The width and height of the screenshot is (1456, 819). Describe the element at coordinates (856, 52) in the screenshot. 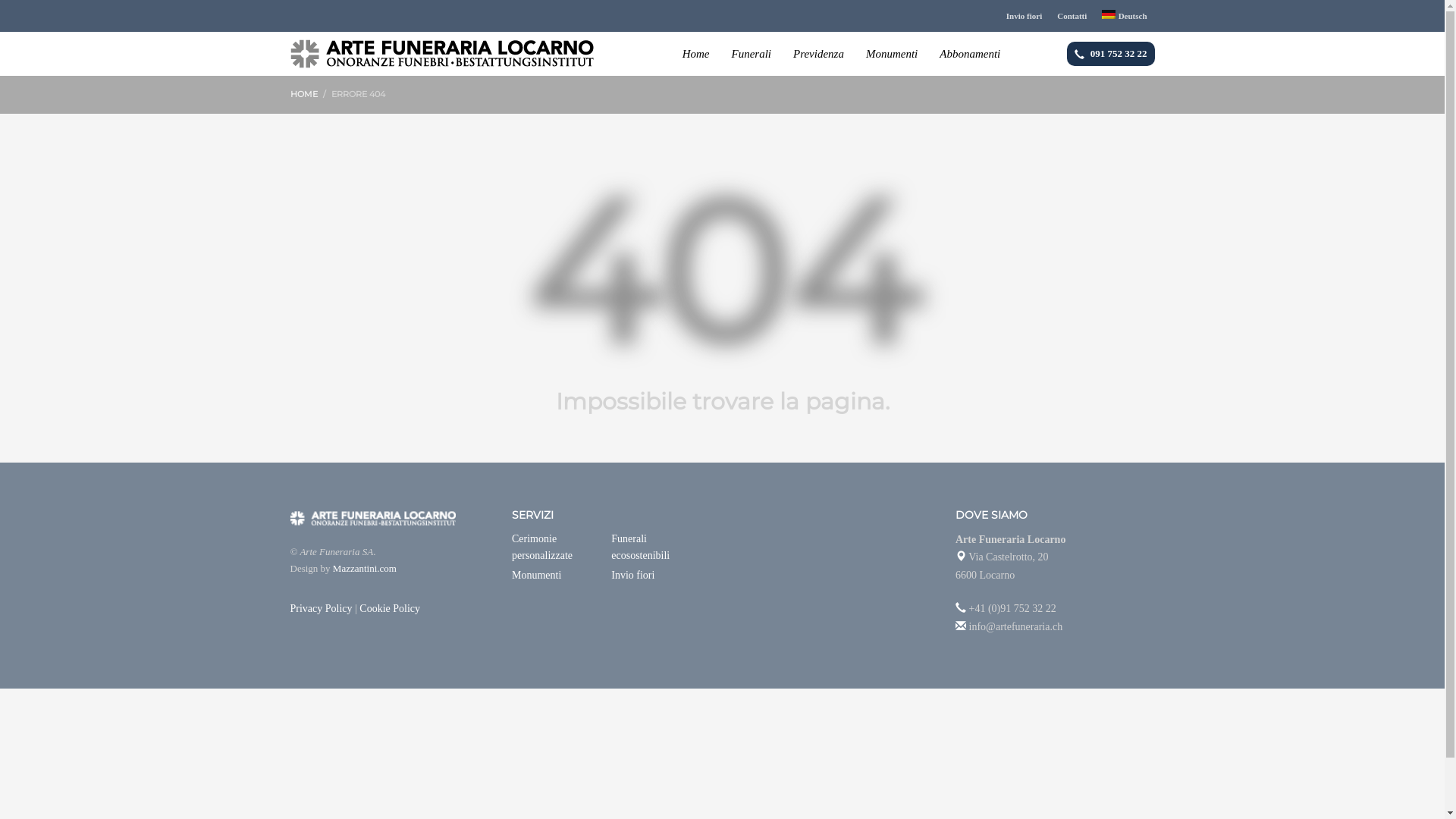

I see `'Monumenti'` at that location.